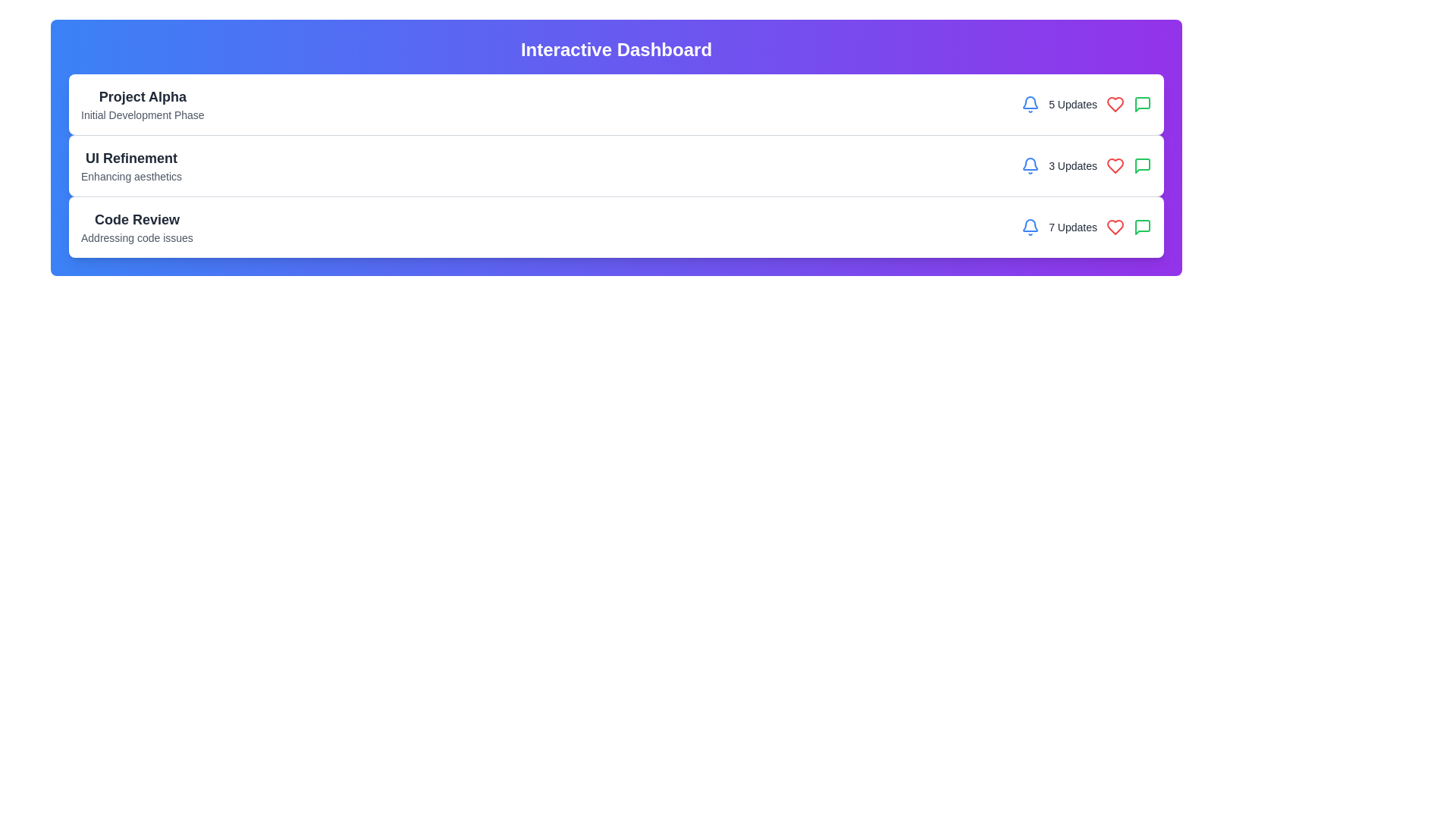  I want to click on the heart-shaped interactive icon in red color located in the middle row of the list view to like or favorite it, so click(1115, 166).